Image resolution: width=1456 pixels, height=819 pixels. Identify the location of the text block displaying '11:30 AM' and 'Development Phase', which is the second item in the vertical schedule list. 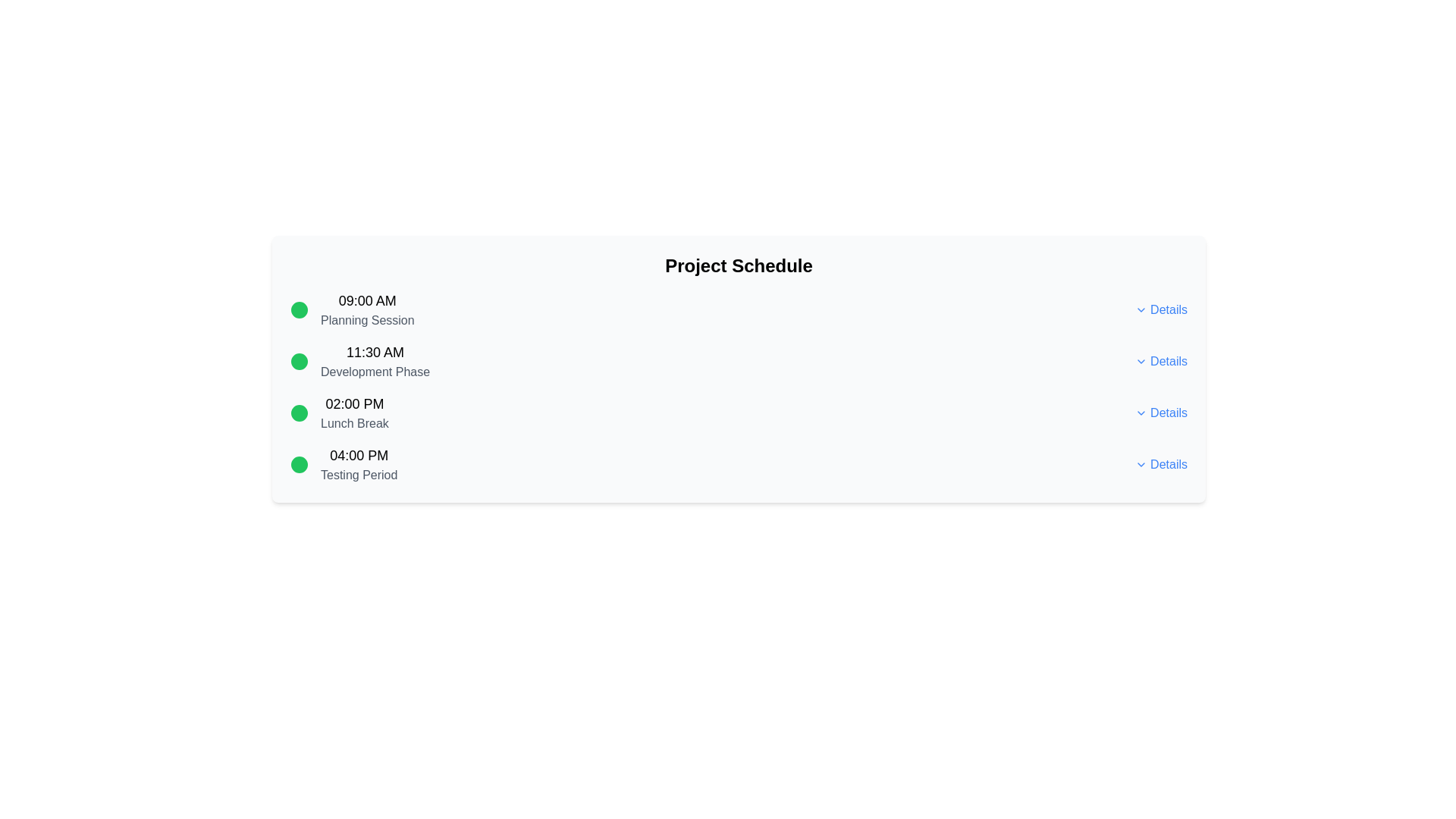
(375, 362).